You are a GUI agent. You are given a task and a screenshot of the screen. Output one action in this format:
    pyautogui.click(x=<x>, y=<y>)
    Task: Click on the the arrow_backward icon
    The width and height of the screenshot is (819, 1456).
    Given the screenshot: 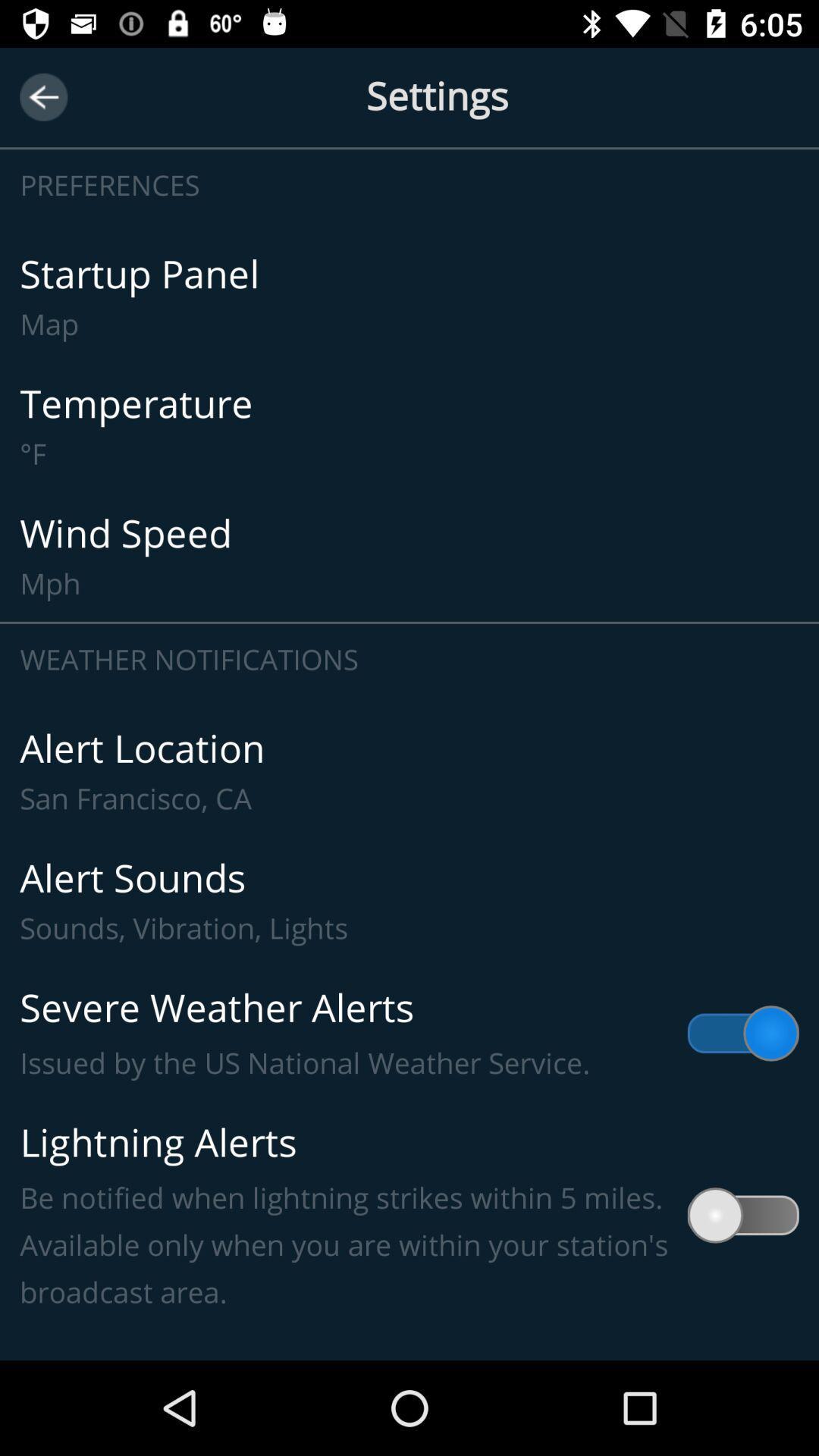 What is the action you would take?
    pyautogui.click(x=42, y=96)
    